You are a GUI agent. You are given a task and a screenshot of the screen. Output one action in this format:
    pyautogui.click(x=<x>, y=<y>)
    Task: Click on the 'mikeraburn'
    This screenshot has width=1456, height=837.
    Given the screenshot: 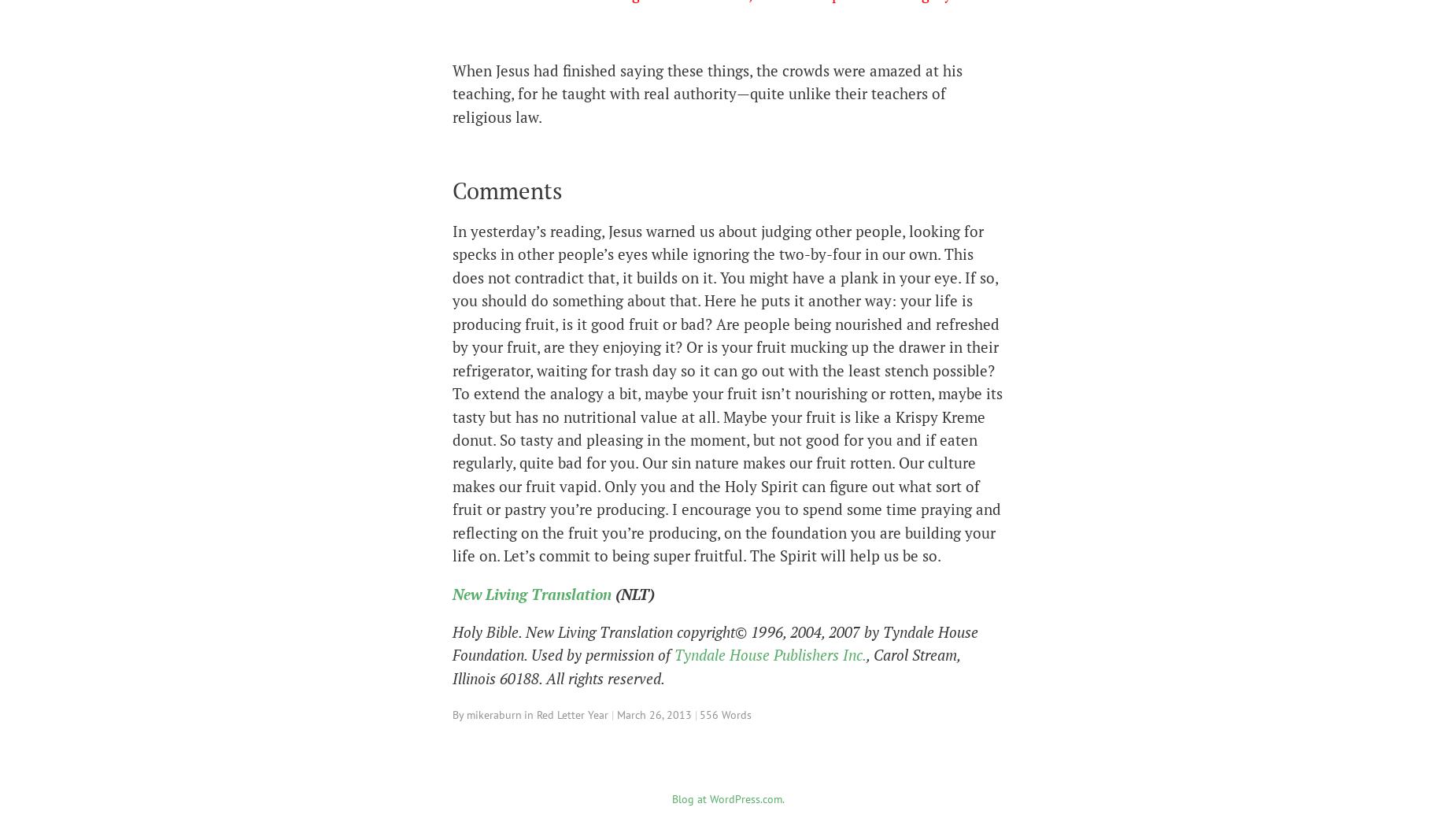 What is the action you would take?
    pyautogui.click(x=494, y=714)
    